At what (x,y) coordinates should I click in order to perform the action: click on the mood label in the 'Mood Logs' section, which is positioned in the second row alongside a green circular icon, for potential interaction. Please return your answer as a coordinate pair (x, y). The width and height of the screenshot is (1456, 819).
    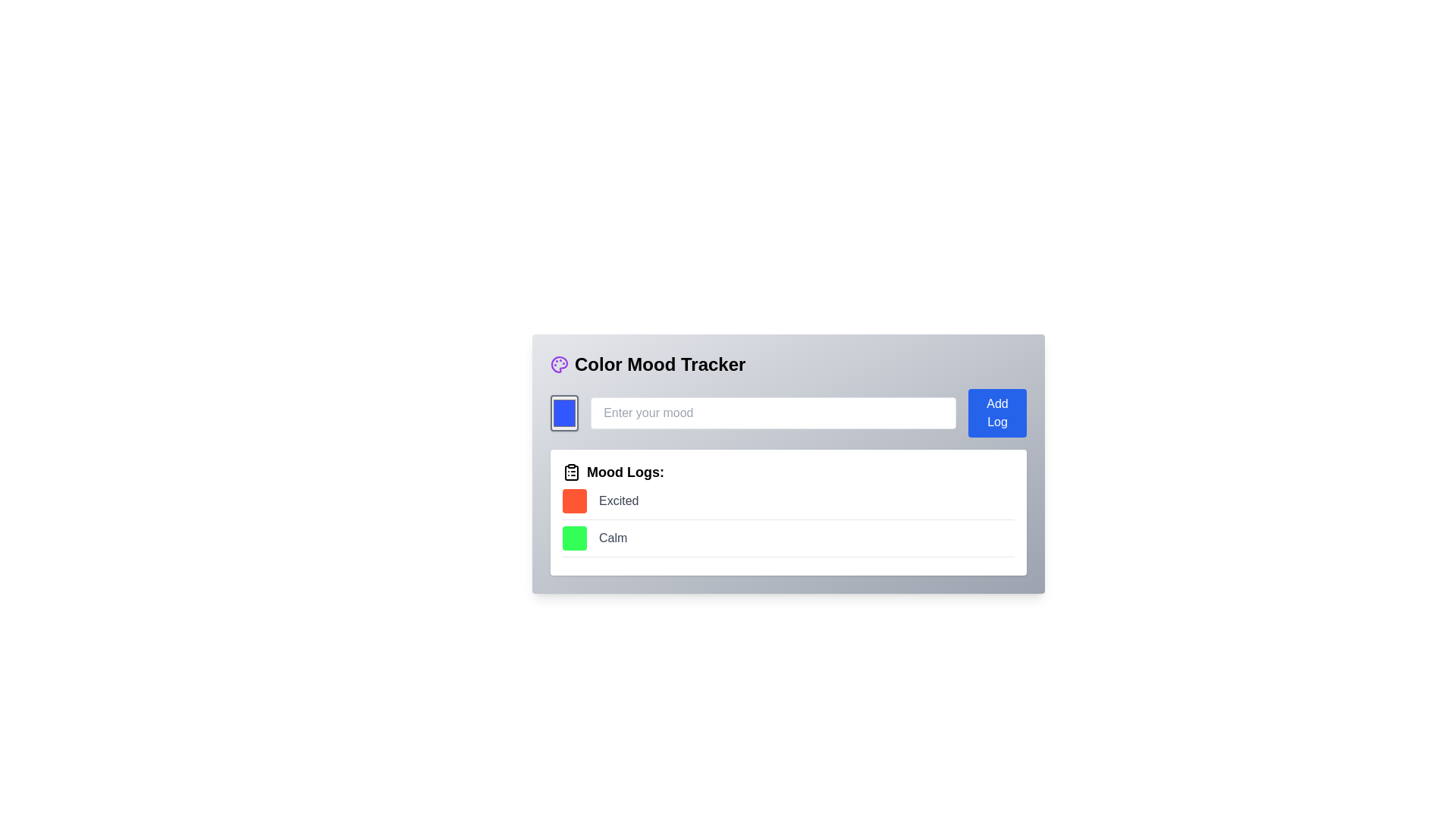
    Looking at the image, I should click on (613, 537).